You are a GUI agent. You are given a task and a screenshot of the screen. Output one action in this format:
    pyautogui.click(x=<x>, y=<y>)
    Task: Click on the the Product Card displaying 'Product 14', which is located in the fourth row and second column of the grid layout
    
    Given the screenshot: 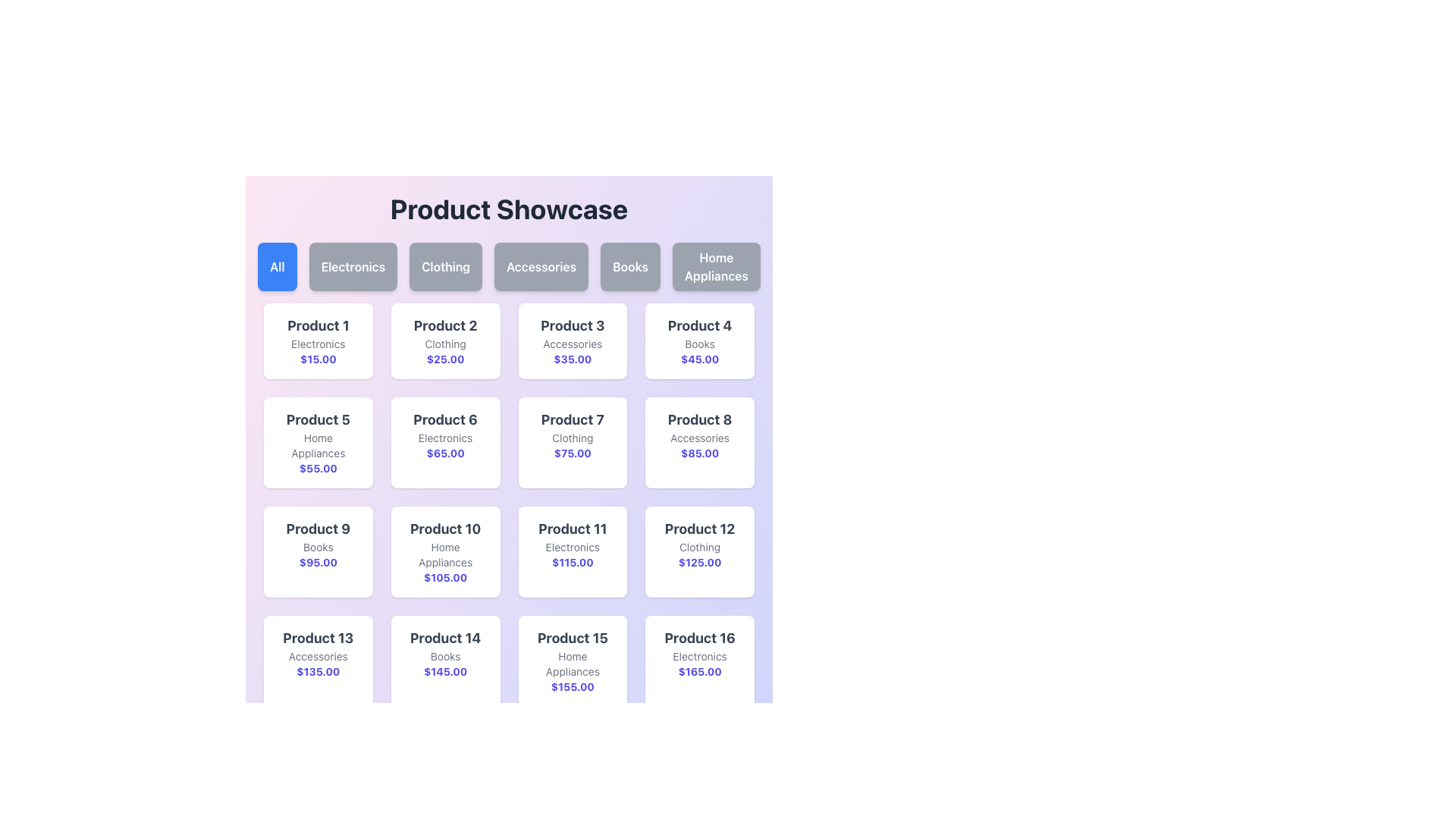 What is the action you would take?
    pyautogui.click(x=444, y=660)
    